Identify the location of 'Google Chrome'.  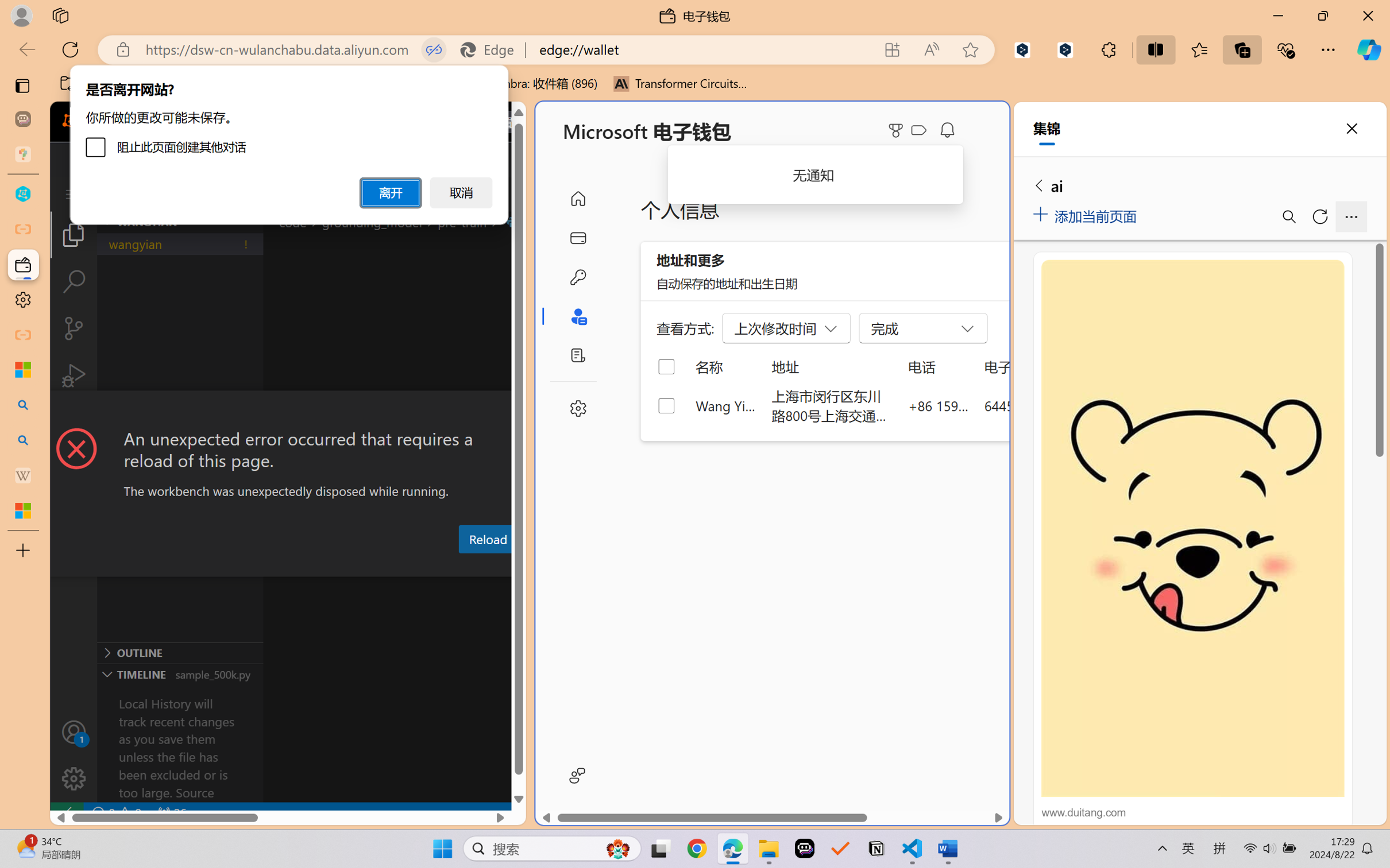
(697, 848).